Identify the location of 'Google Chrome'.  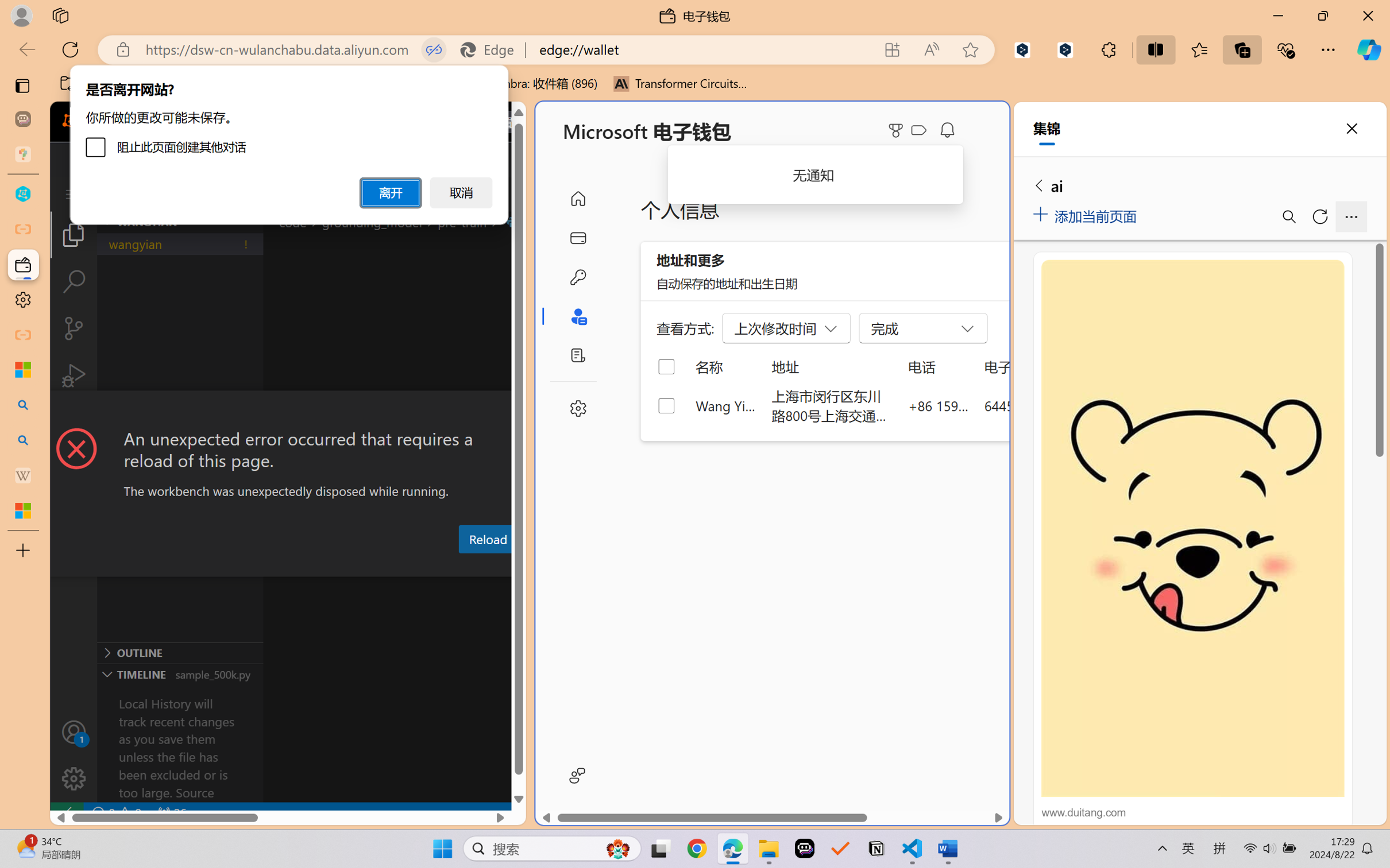
(697, 848).